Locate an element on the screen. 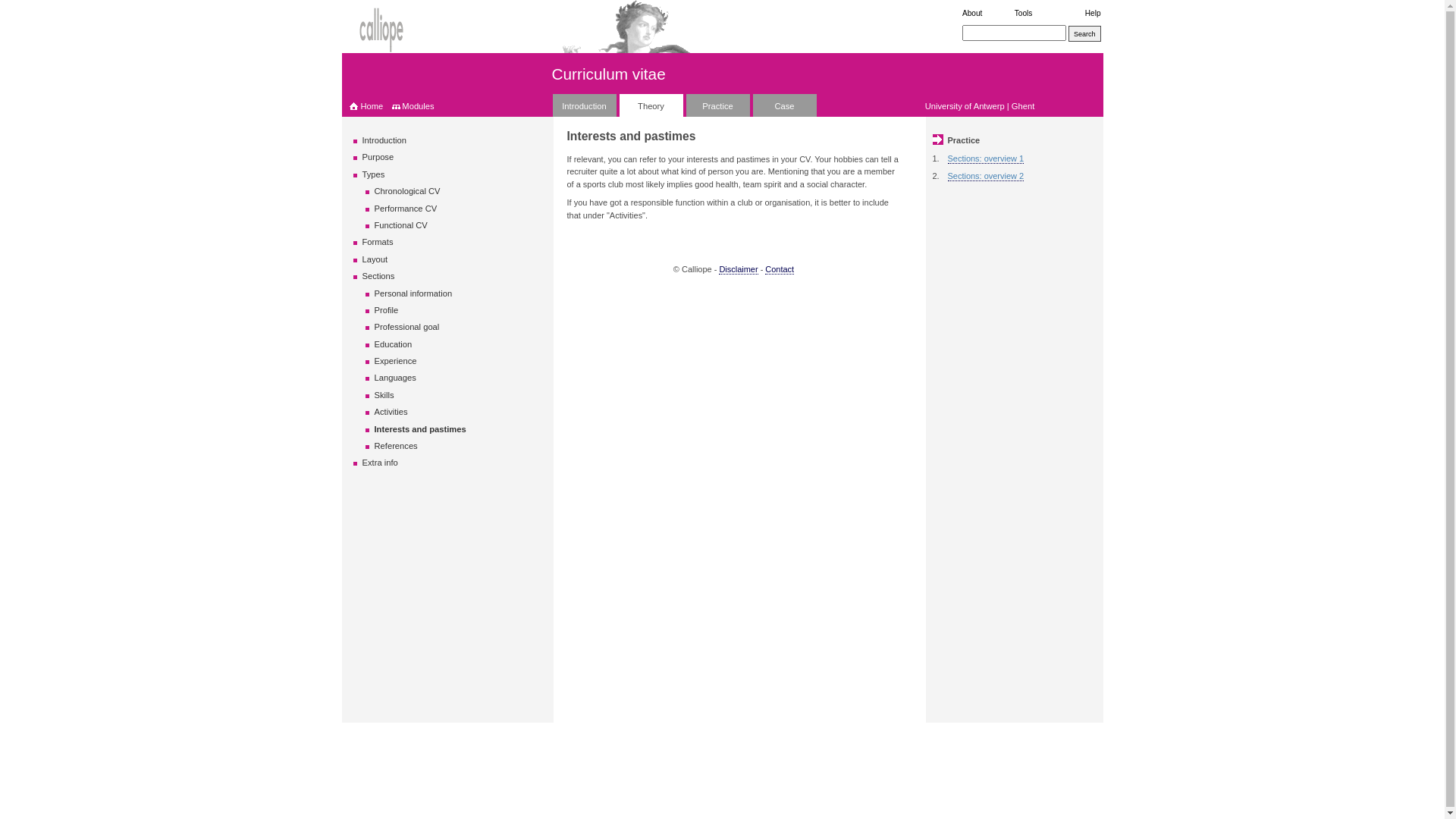  'Ghent' is located at coordinates (1022, 105).